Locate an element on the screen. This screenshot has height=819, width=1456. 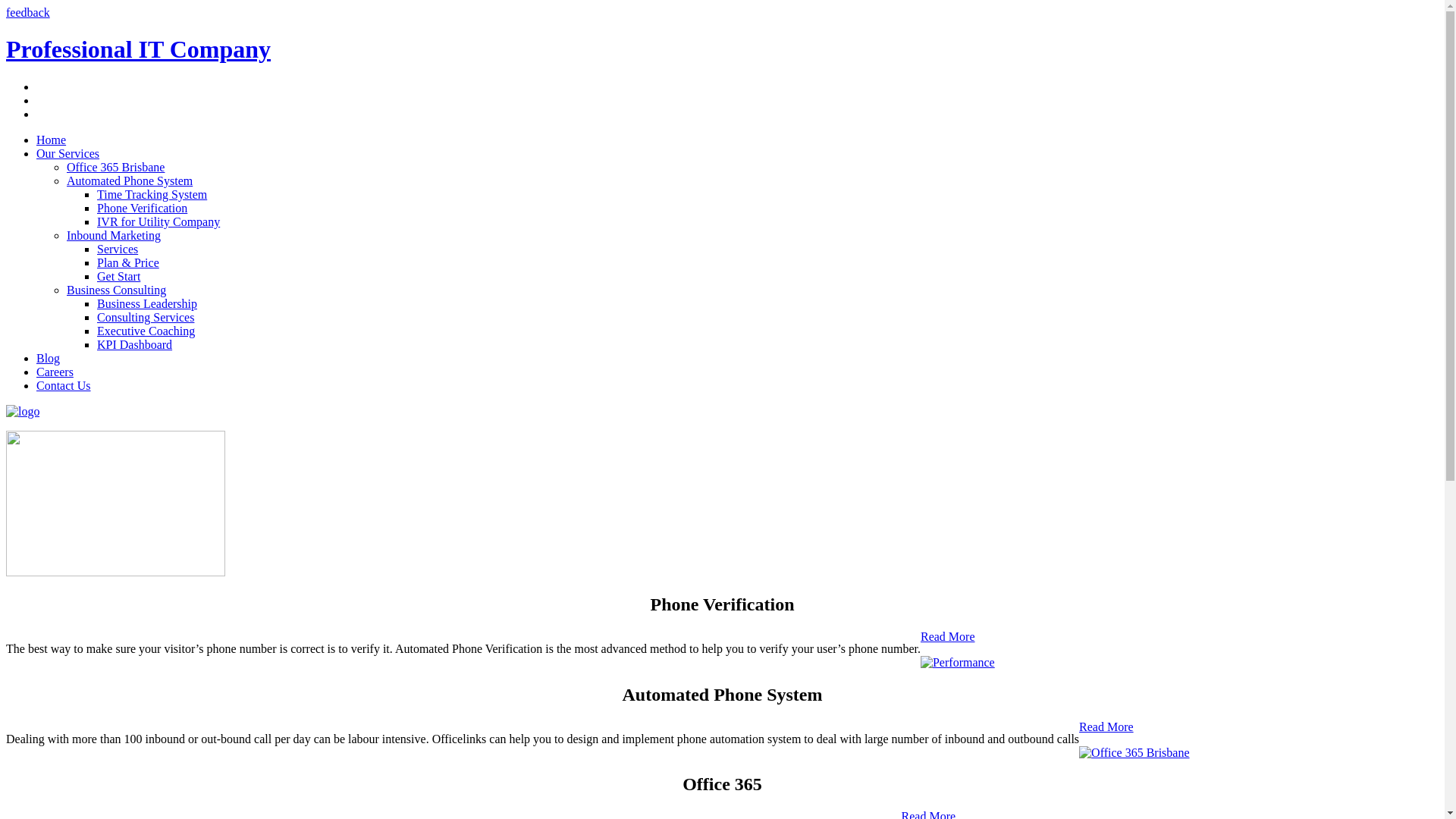
'Professional IT Company' is located at coordinates (22, 411).